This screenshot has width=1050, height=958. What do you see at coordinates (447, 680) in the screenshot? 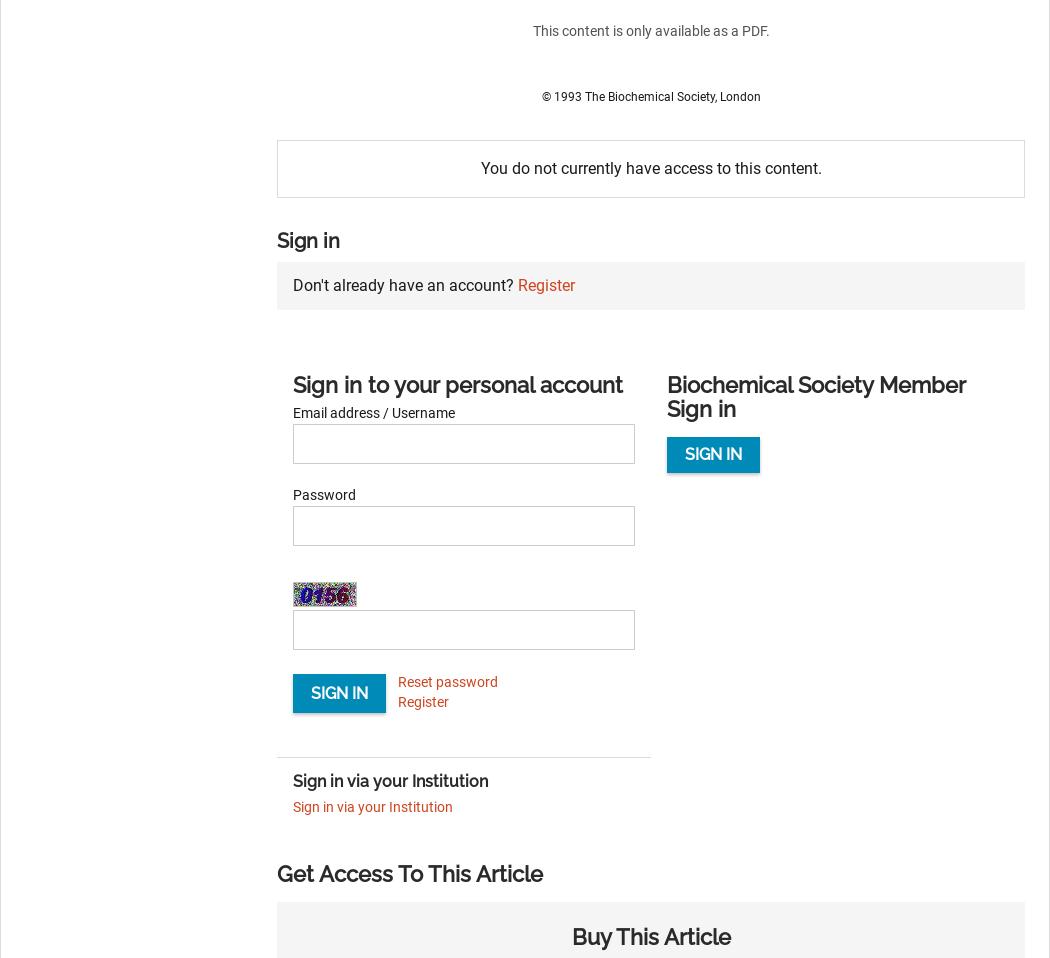
I see `'Reset password'` at bounding box center [447, 680].